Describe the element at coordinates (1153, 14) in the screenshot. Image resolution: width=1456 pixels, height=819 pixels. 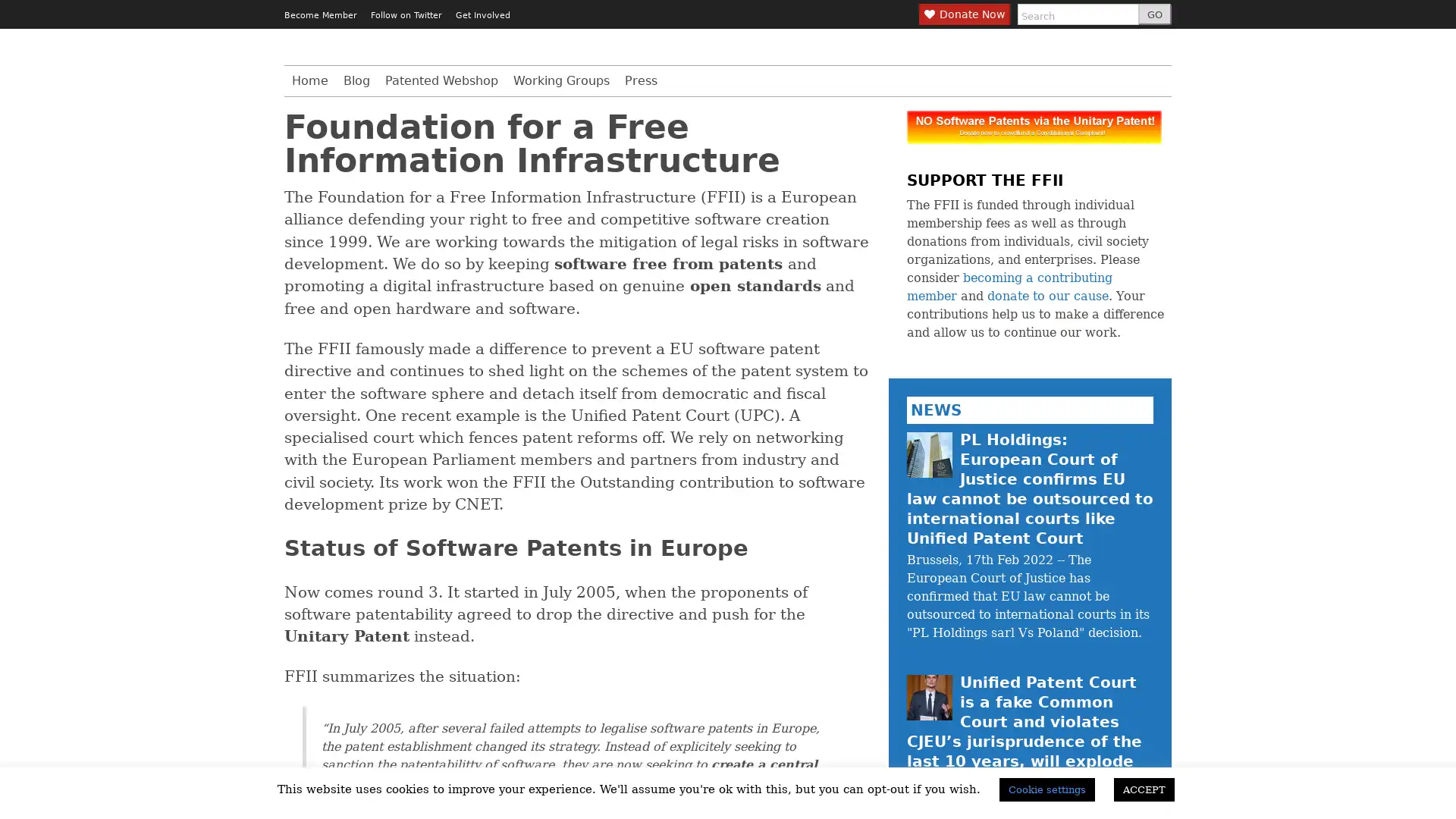
I see `GO` at that location.